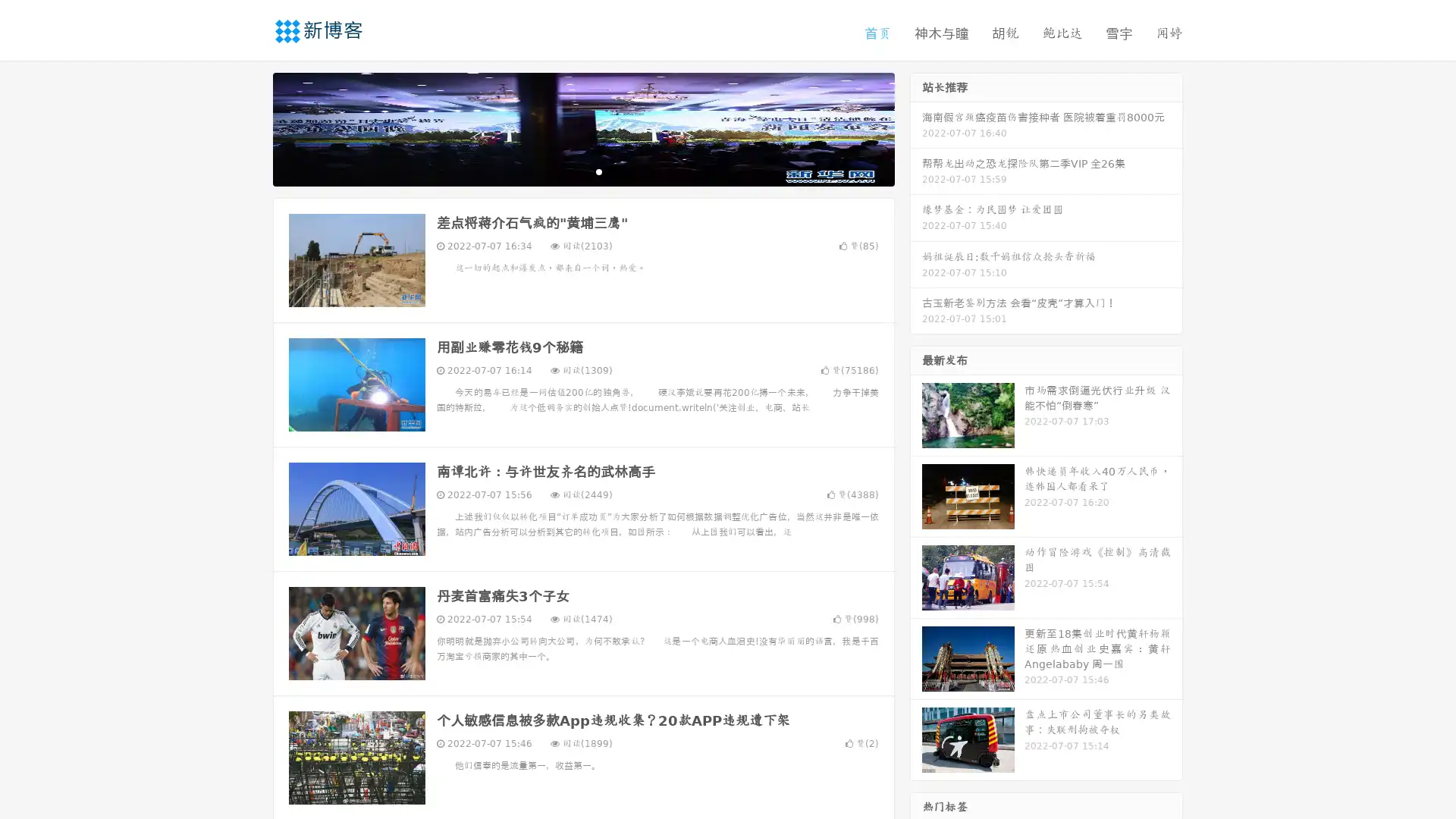 This screenshot has width=1456, height=819. Describe the element at coordinates (250, 127) in the screenshot. I see `Previous slide` at that location.